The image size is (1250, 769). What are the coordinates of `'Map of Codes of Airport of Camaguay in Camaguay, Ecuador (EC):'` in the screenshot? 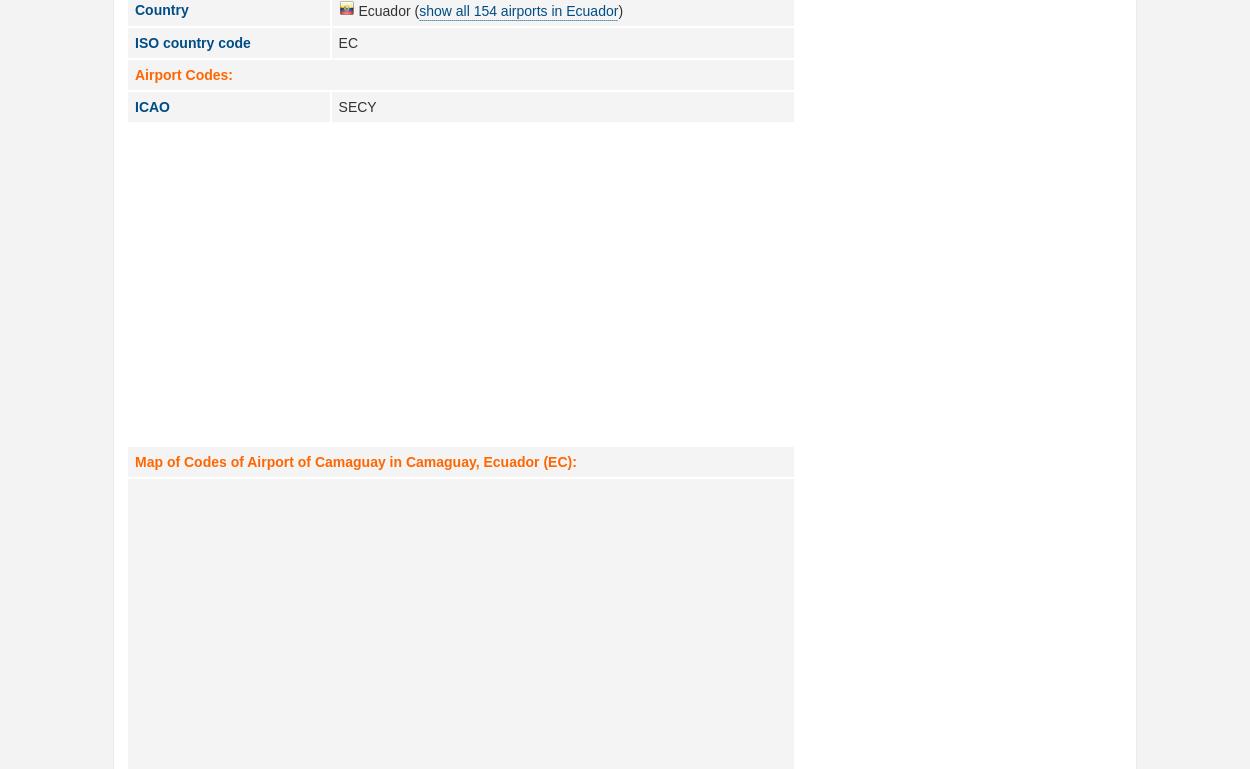 It's located at (135, 462).